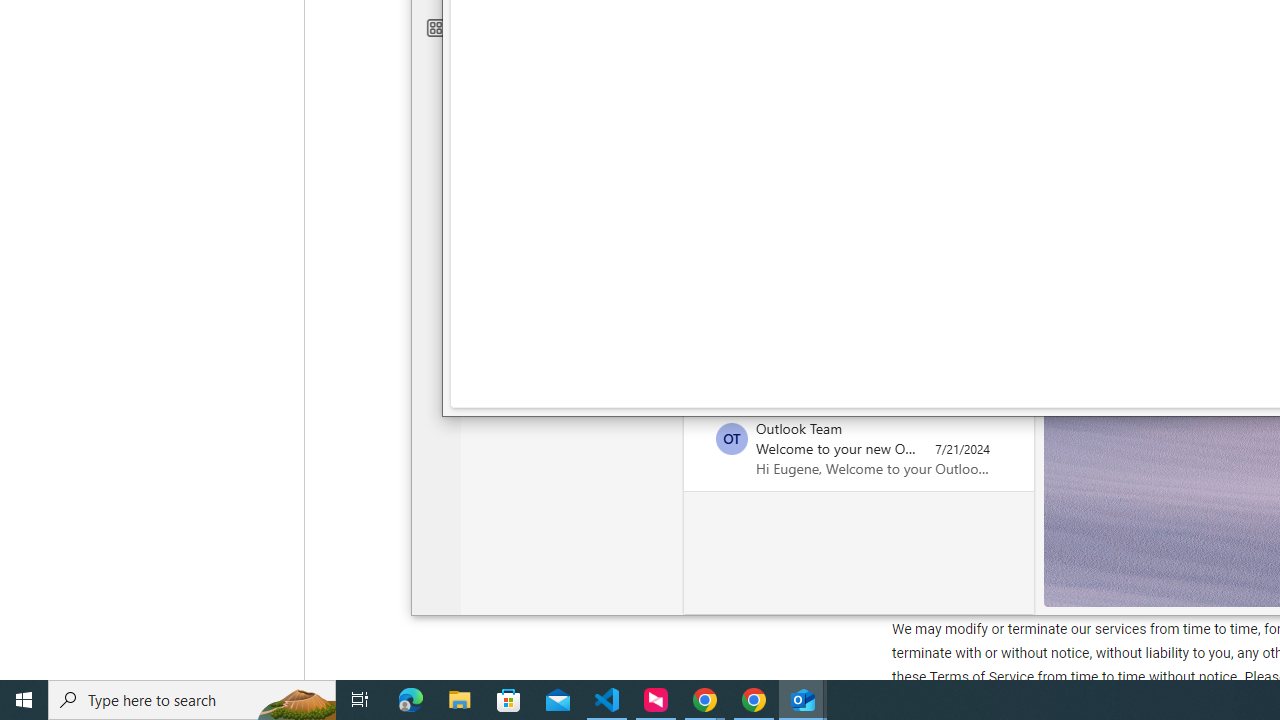  Describe the element at coordinates (24, 698) in the screenshot. I see `'Start'` at that location.